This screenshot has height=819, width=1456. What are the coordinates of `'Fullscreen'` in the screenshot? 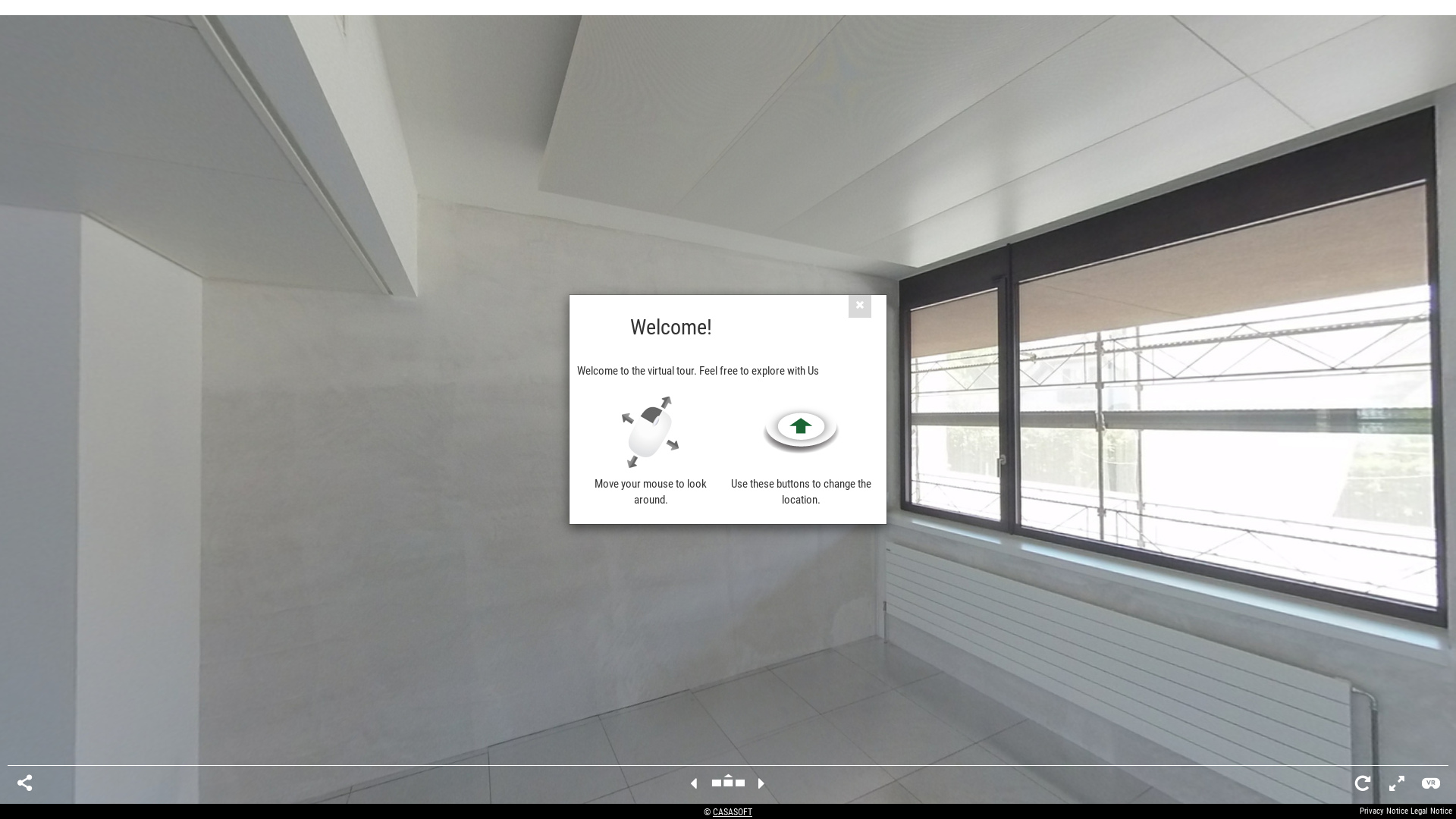 It's located at (1396, 783).